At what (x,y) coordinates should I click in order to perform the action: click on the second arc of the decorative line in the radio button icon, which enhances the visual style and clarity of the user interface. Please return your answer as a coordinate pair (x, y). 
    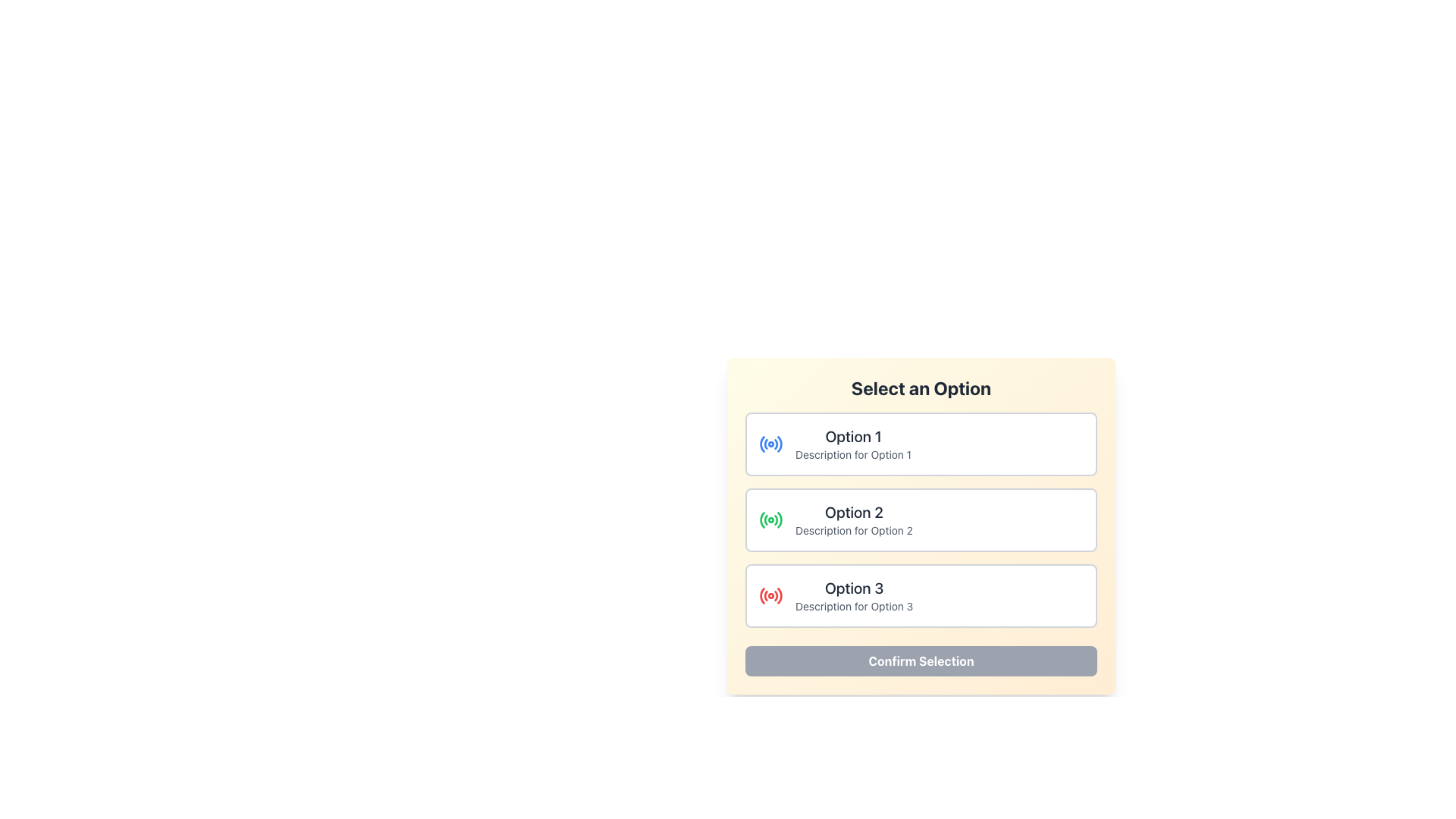
    Looking at the image, I should click on (766, 444).